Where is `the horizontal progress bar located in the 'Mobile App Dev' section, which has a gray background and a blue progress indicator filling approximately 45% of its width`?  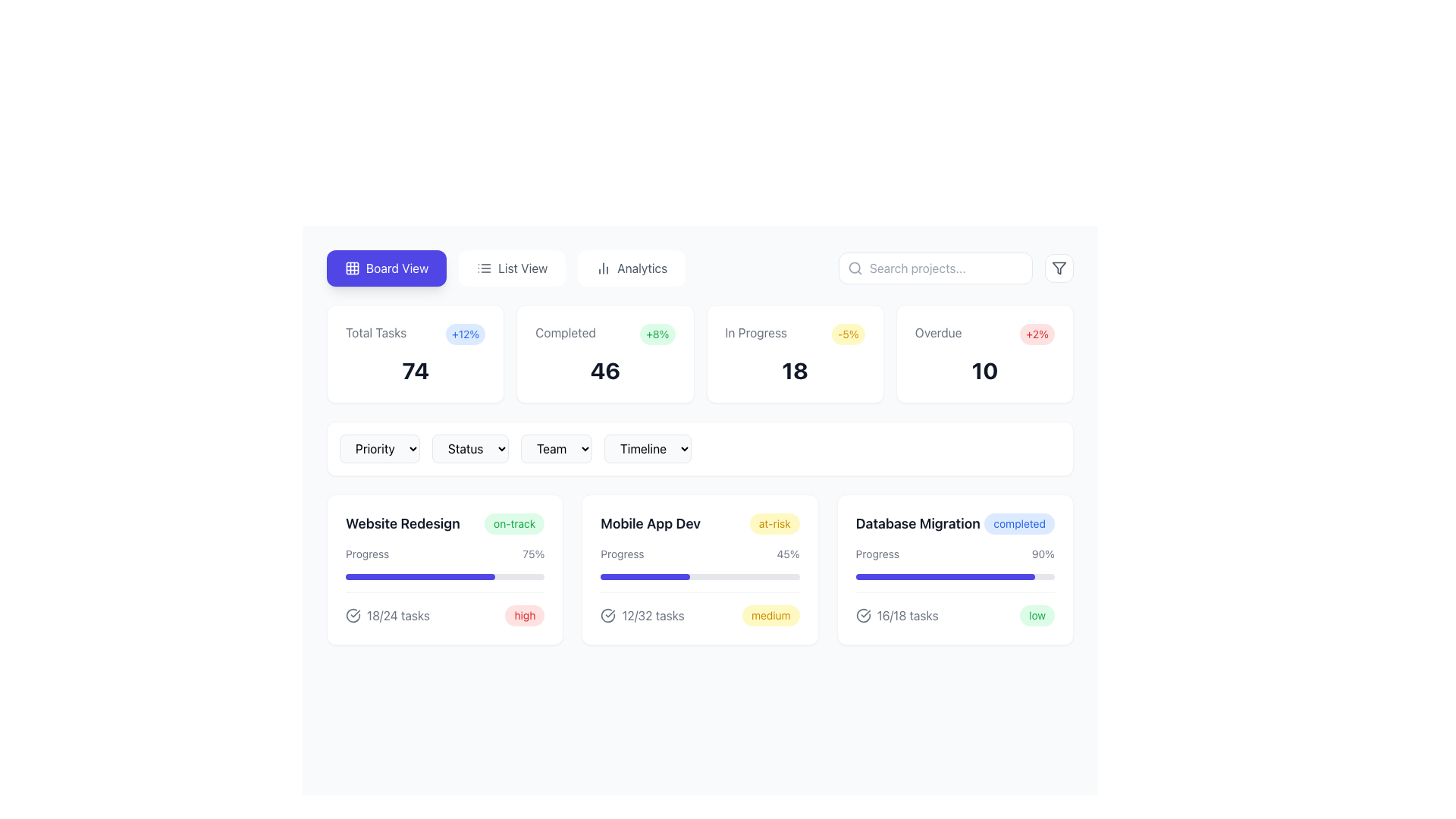 the horizontal progress bar located in the 'Mobile App Dev' section, which has a gray background and a blue progress indicator filling approximately 45% of its width is located at coordinates (699, 576).